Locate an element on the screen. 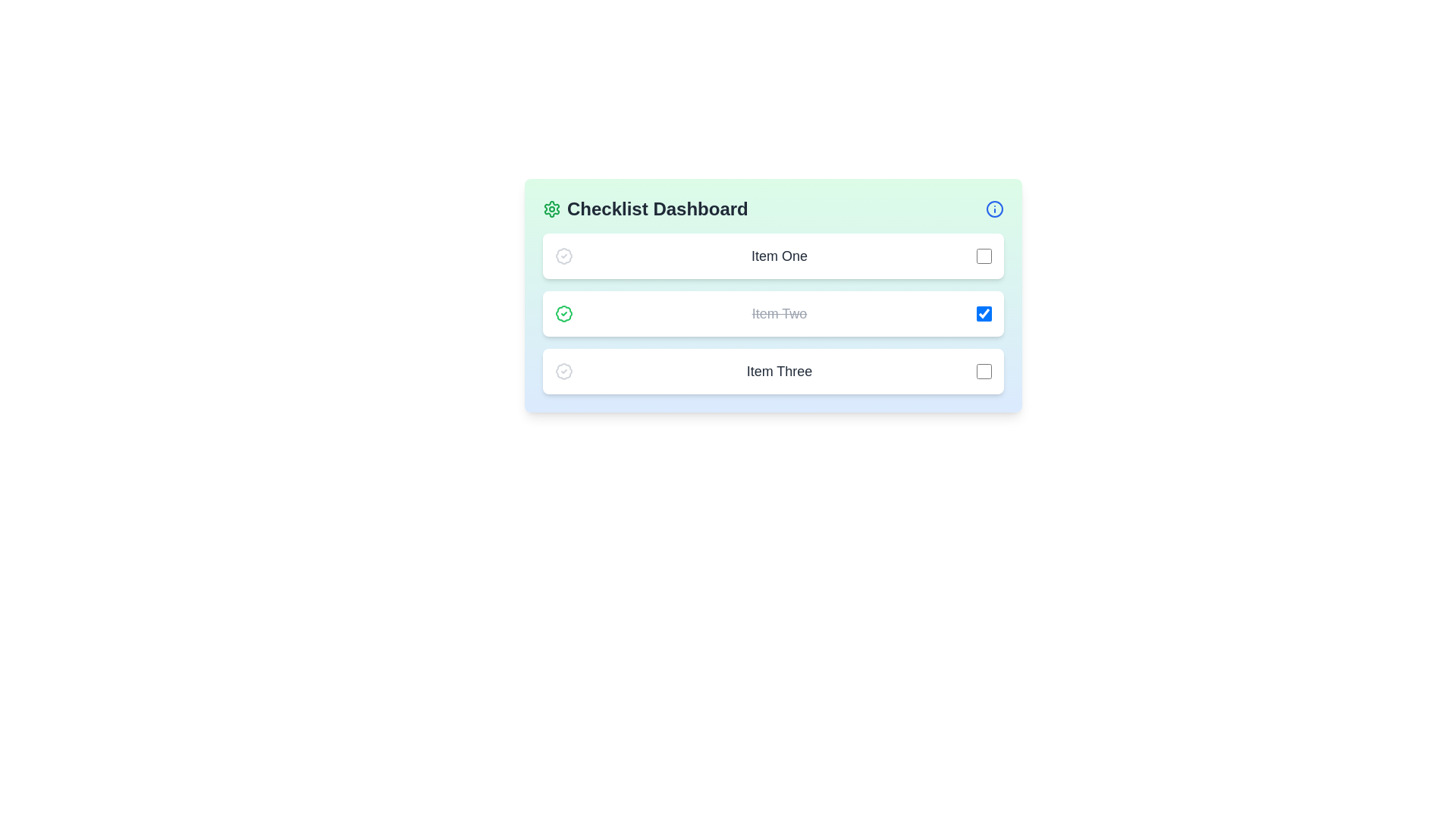  the 'Checklist Dashboard' header element is located at coordinates (645, 209).